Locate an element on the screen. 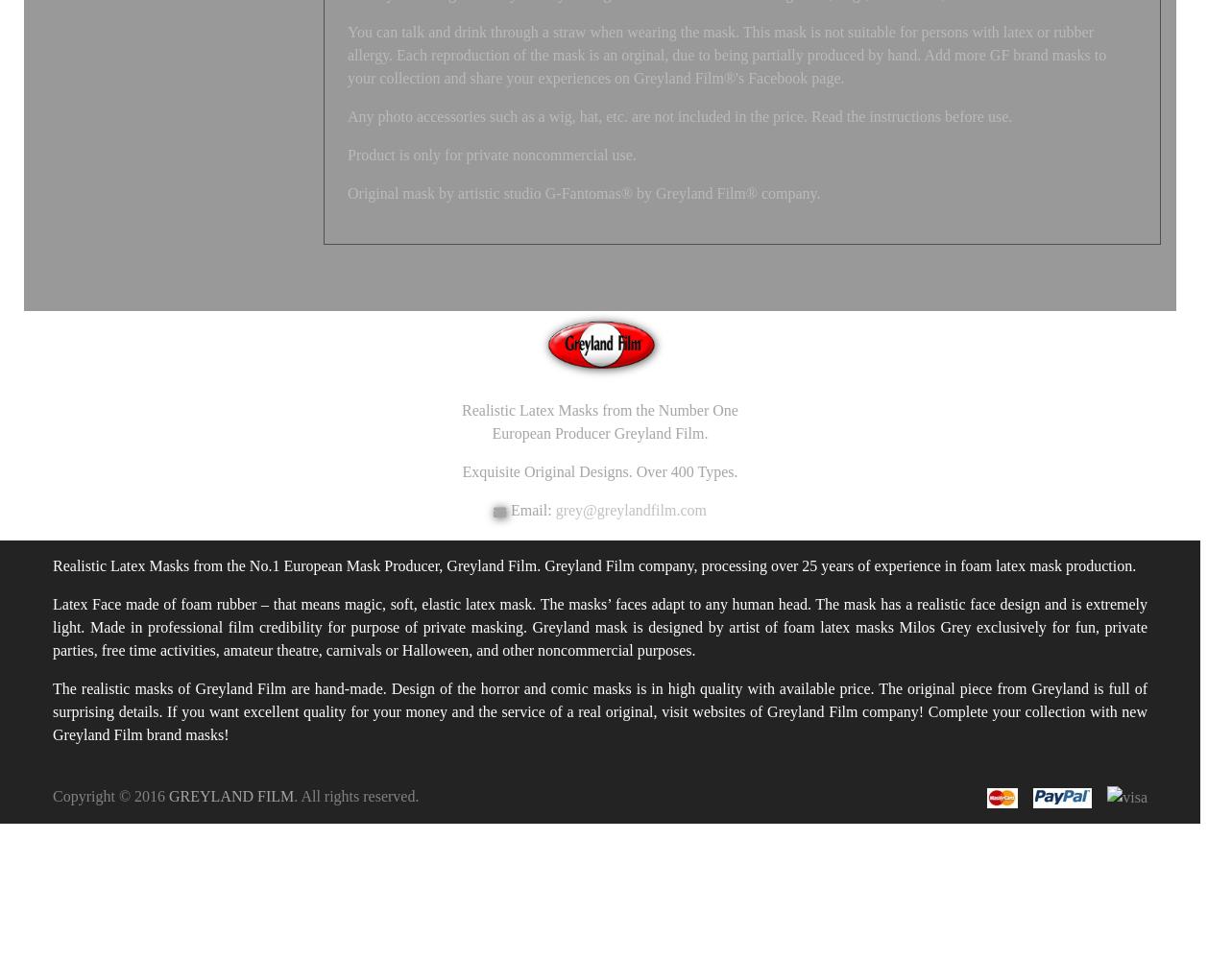  'Latex Face made of foam rubber – that means magic, soft, elastic latex mask. The masks’ faces adapt to any human head. The mask has a realistic face design and is extremely light. Made in professional film credibility for purpose of private masking. Greyland mask is designed by artist of foam latex masks Milos Grey exclusively for fun, private parties, free time activities, amateur theatre, carnivals or Halloween, and other noncommercial purposes.' is located at coordinates (53, 627).